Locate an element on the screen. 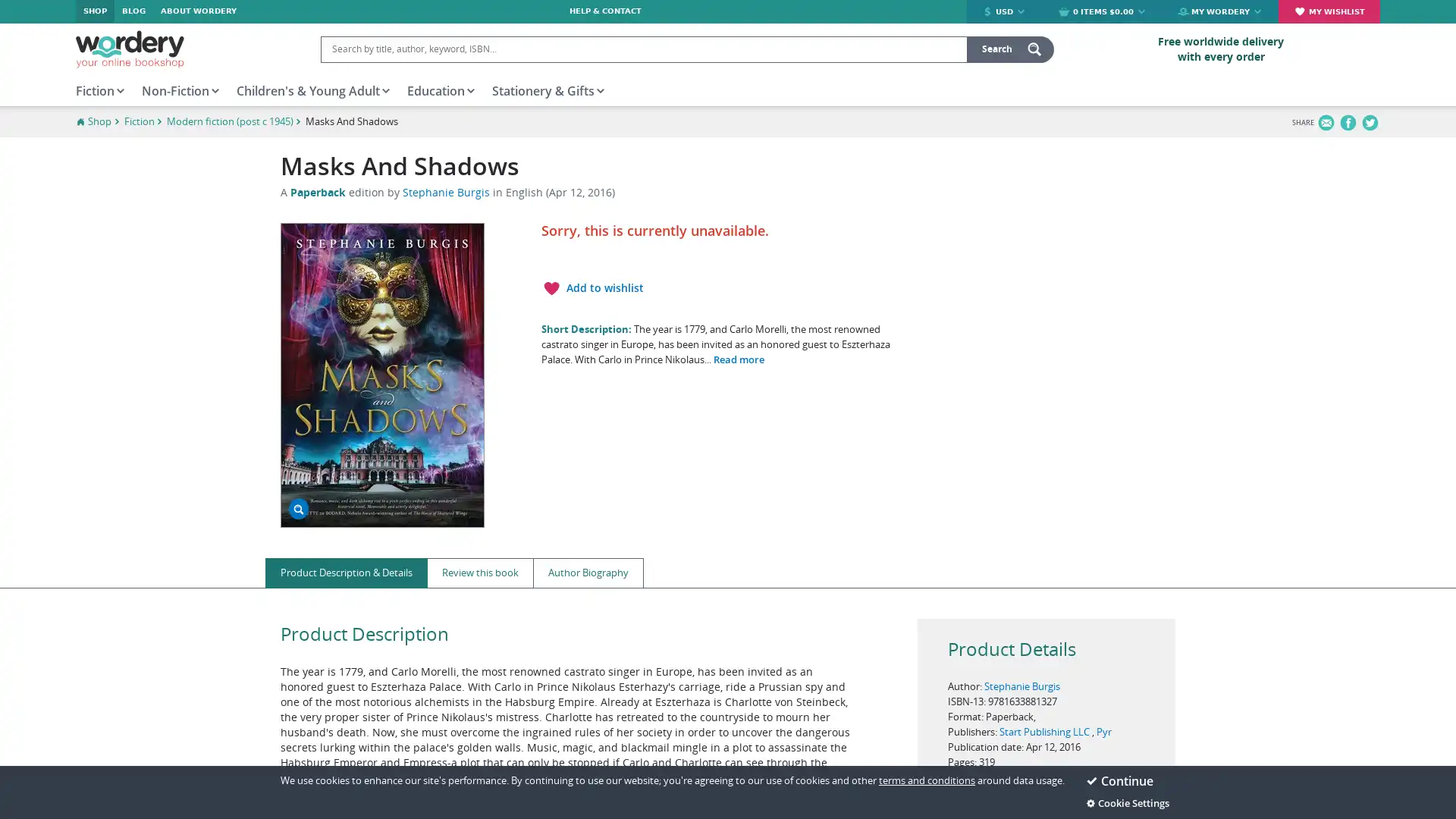 This screenshot has width=1456, height=819. Clear input is located at coordinates (952, 48).